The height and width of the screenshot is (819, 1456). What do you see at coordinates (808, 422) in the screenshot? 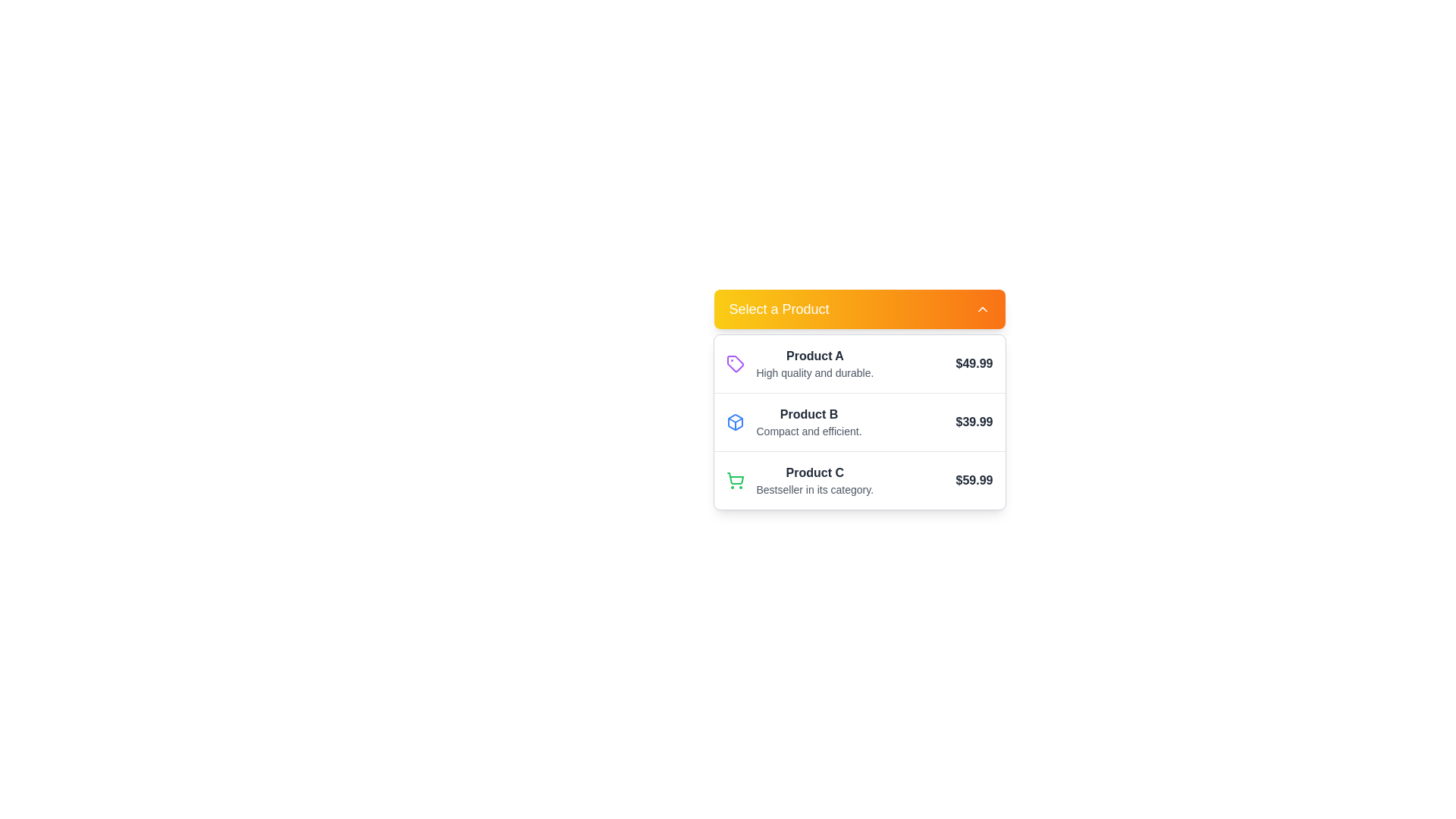
I see `the multi-line text block titled 'Product B'` at bounding box center [808, 422].